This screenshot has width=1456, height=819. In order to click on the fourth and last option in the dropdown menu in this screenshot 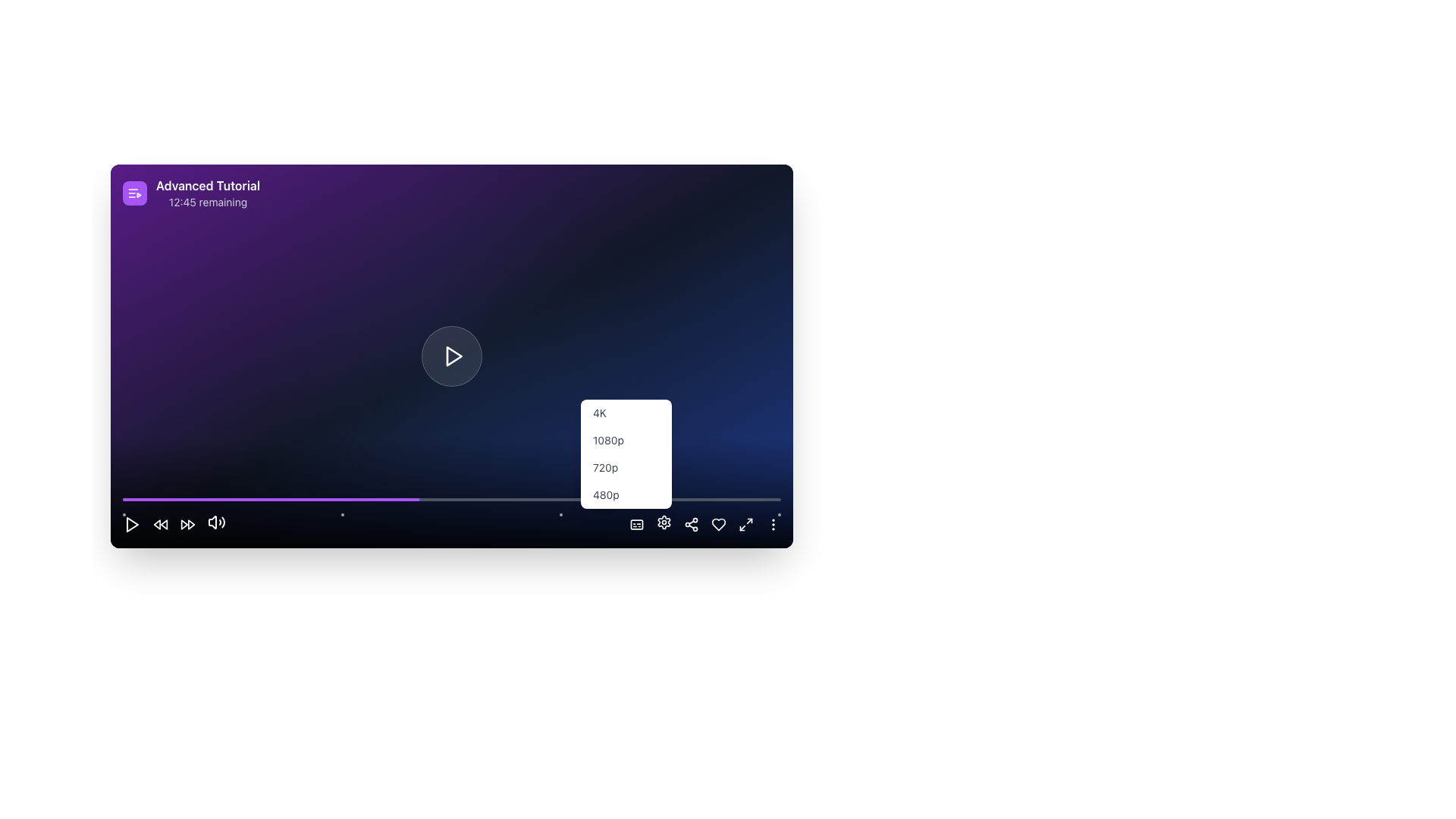, I will do `click(626, 494)`.